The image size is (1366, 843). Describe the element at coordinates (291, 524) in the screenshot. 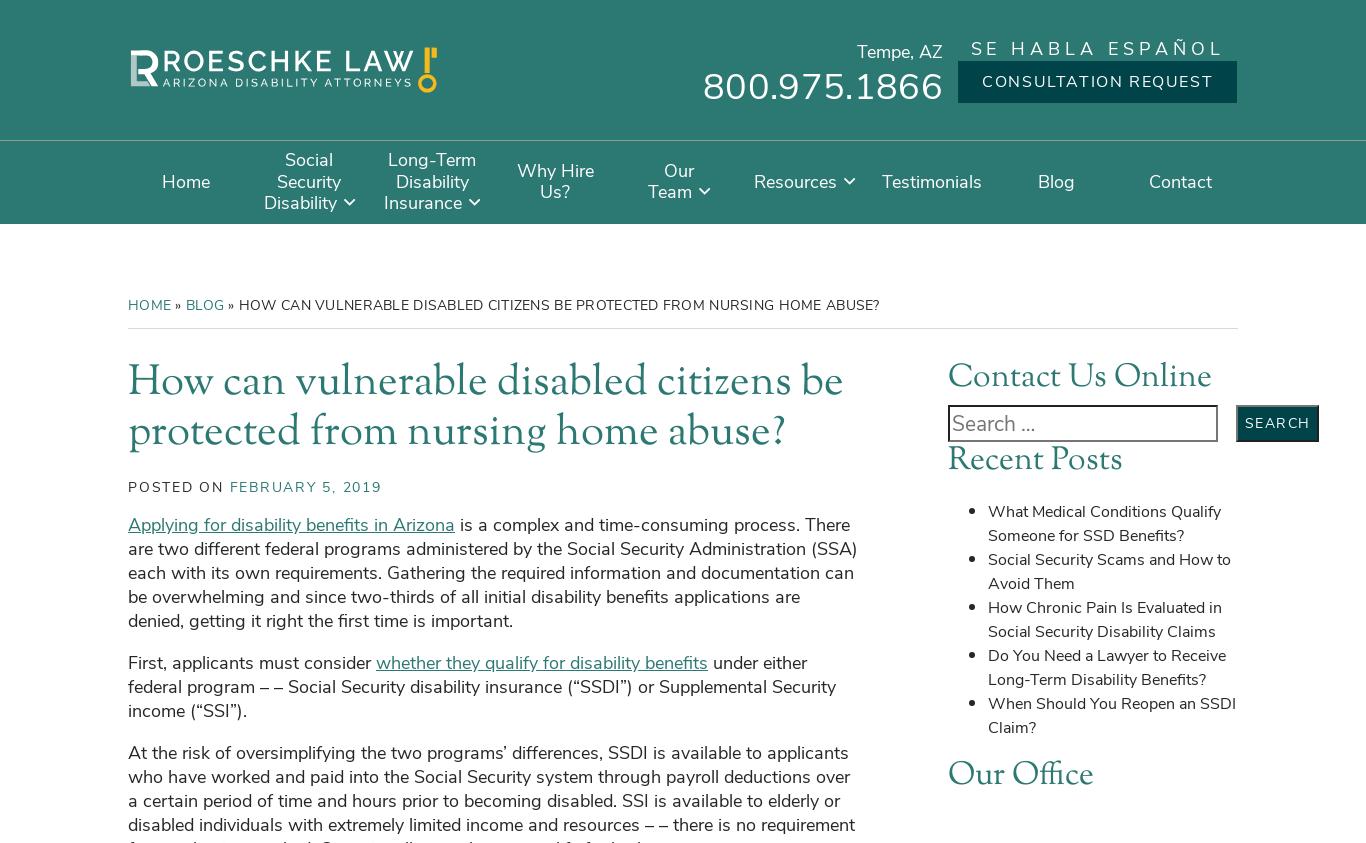

I see `'Applying for disability benefits in Arizona'` at that location.